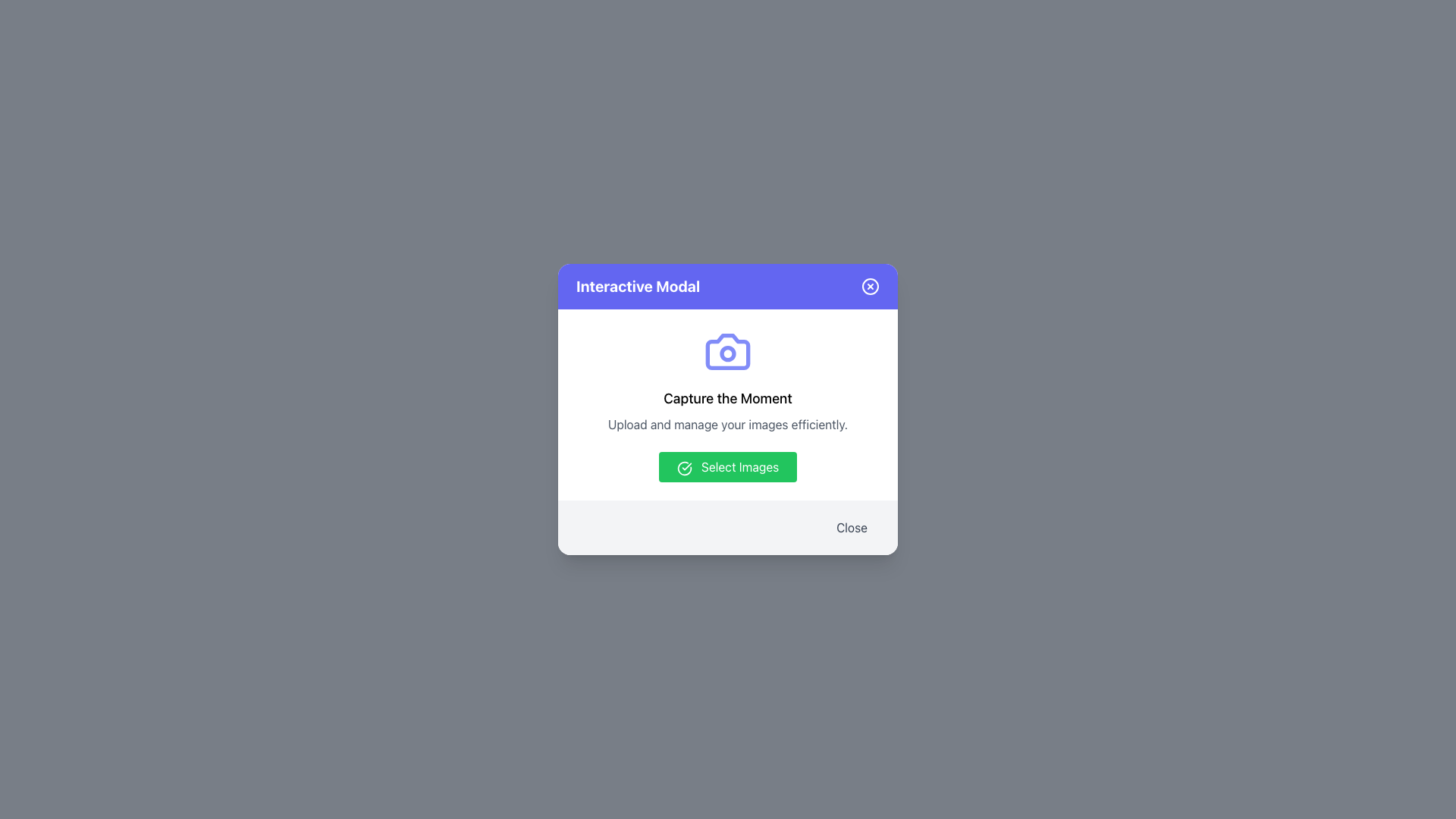 This screenshot has height=819, width=1456. I want to click on the close button located at the top right corner of the modal dialog's header, so click(870, 287).